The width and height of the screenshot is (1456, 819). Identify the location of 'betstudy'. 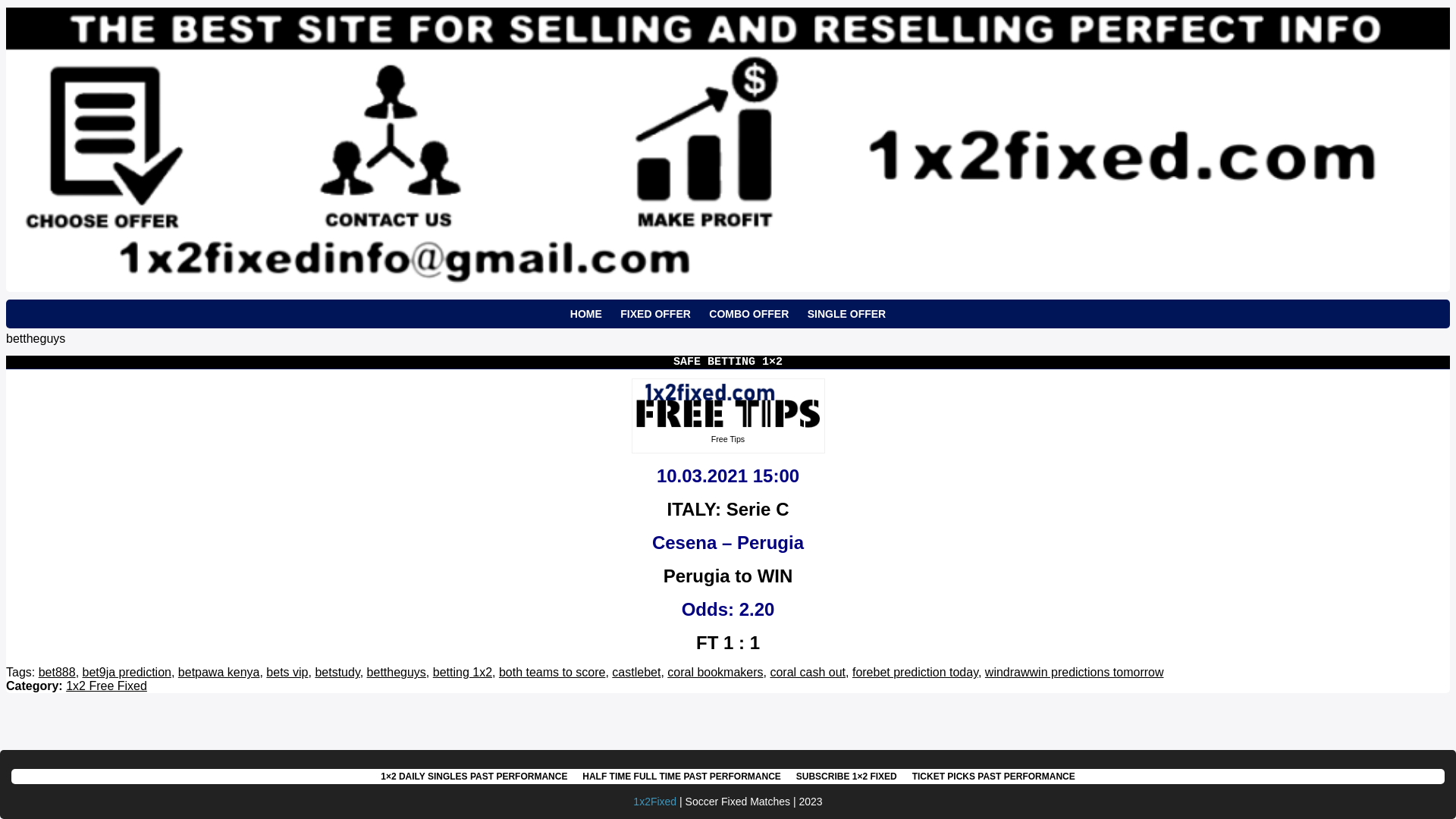
(313, 671).